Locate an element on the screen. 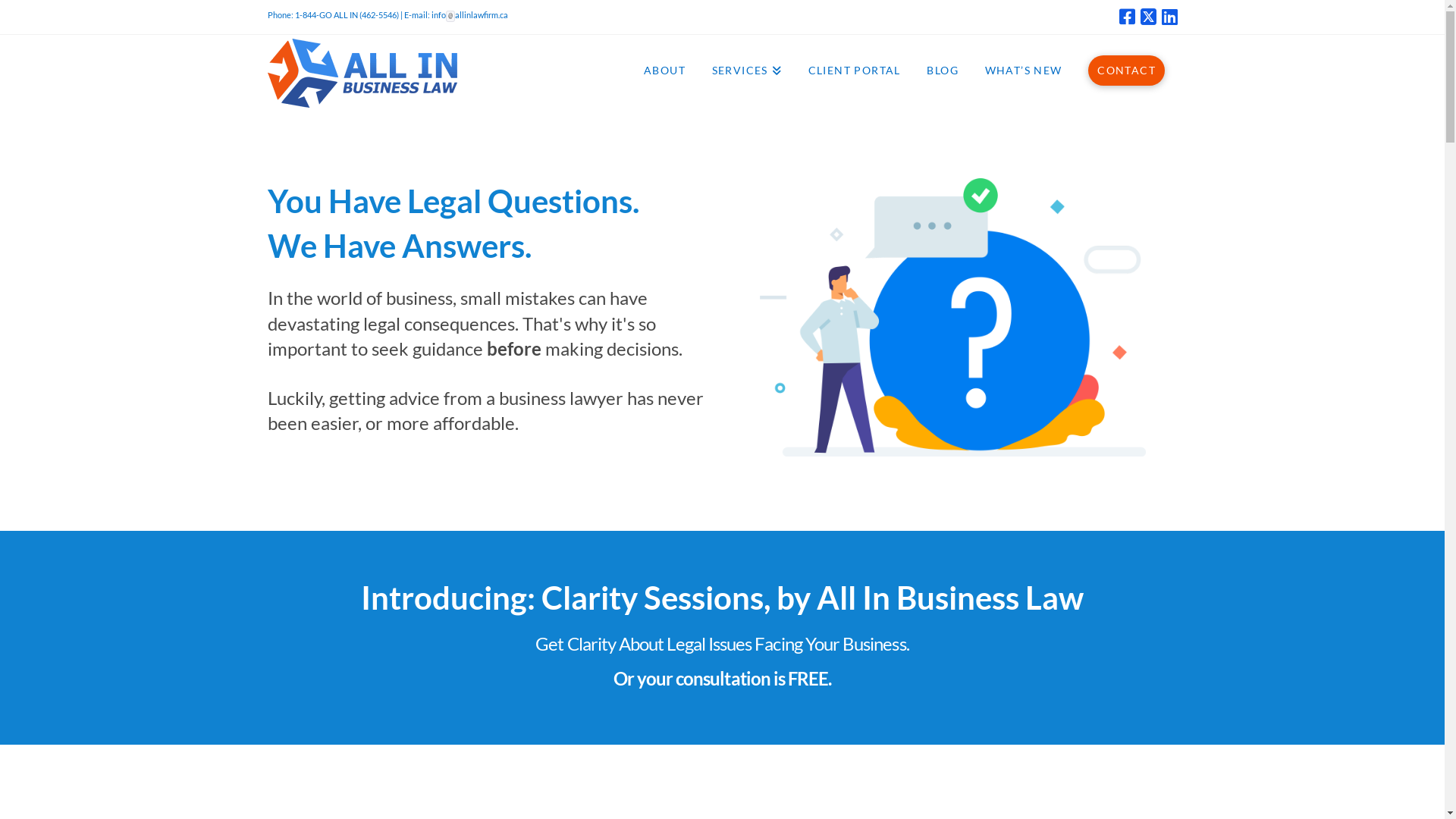 This screenshot has height=819, width=1456. 'SERVICES' is located at coordinates (698, 69).